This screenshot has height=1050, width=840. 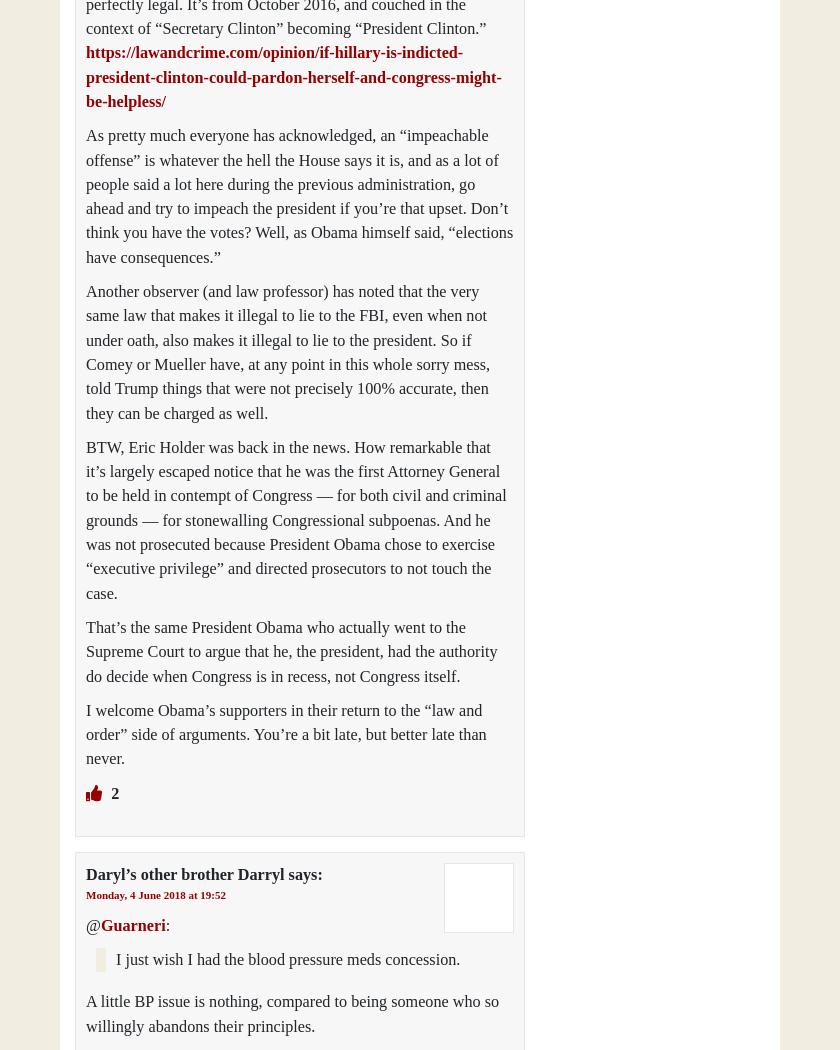 I want to click on '2', so click(x=113, y=791).